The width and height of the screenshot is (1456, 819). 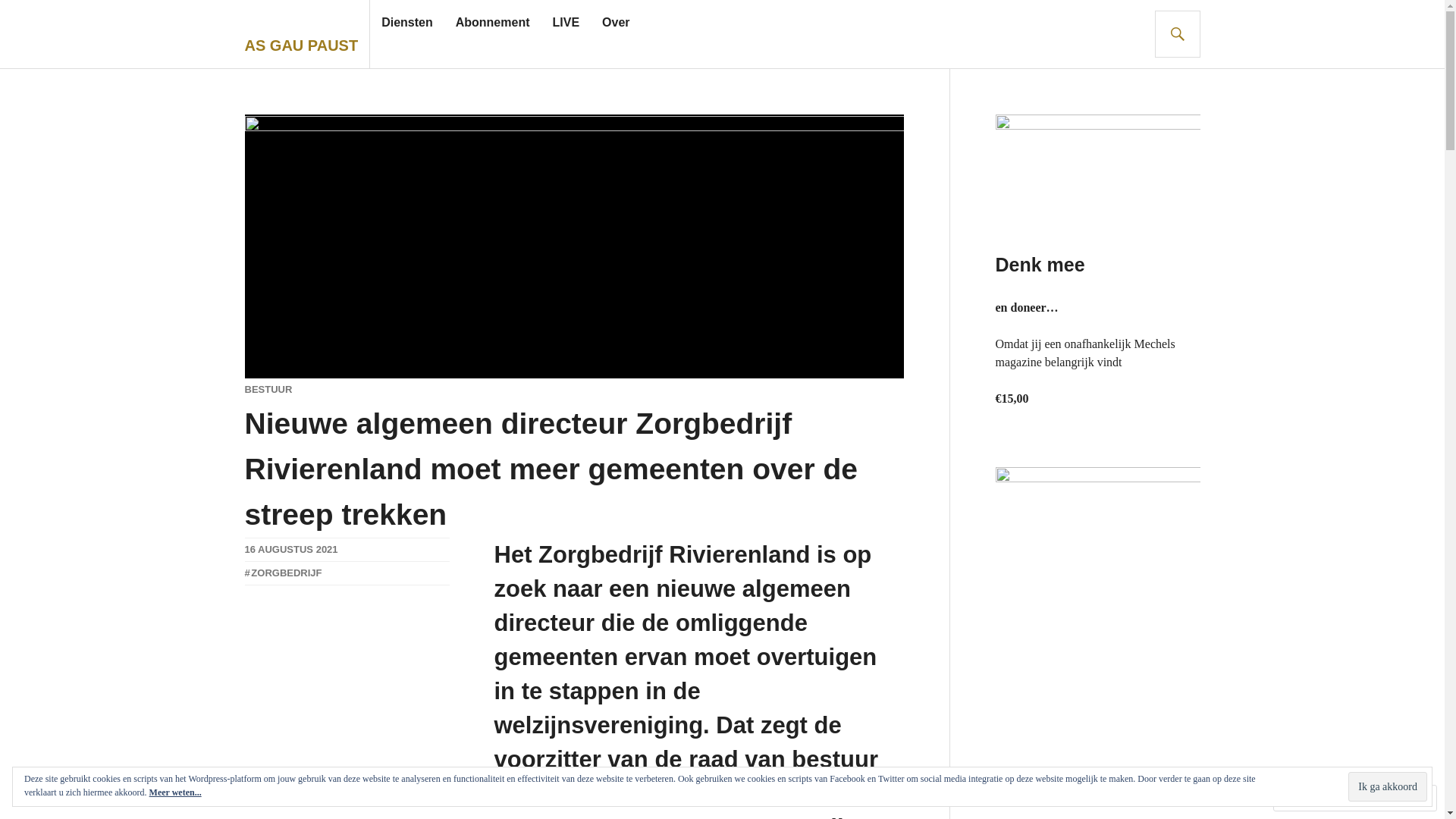 What do you see at coordinates (601, 23) in the screenshot?
I see `'Over'` at bounding box center [601, 23].